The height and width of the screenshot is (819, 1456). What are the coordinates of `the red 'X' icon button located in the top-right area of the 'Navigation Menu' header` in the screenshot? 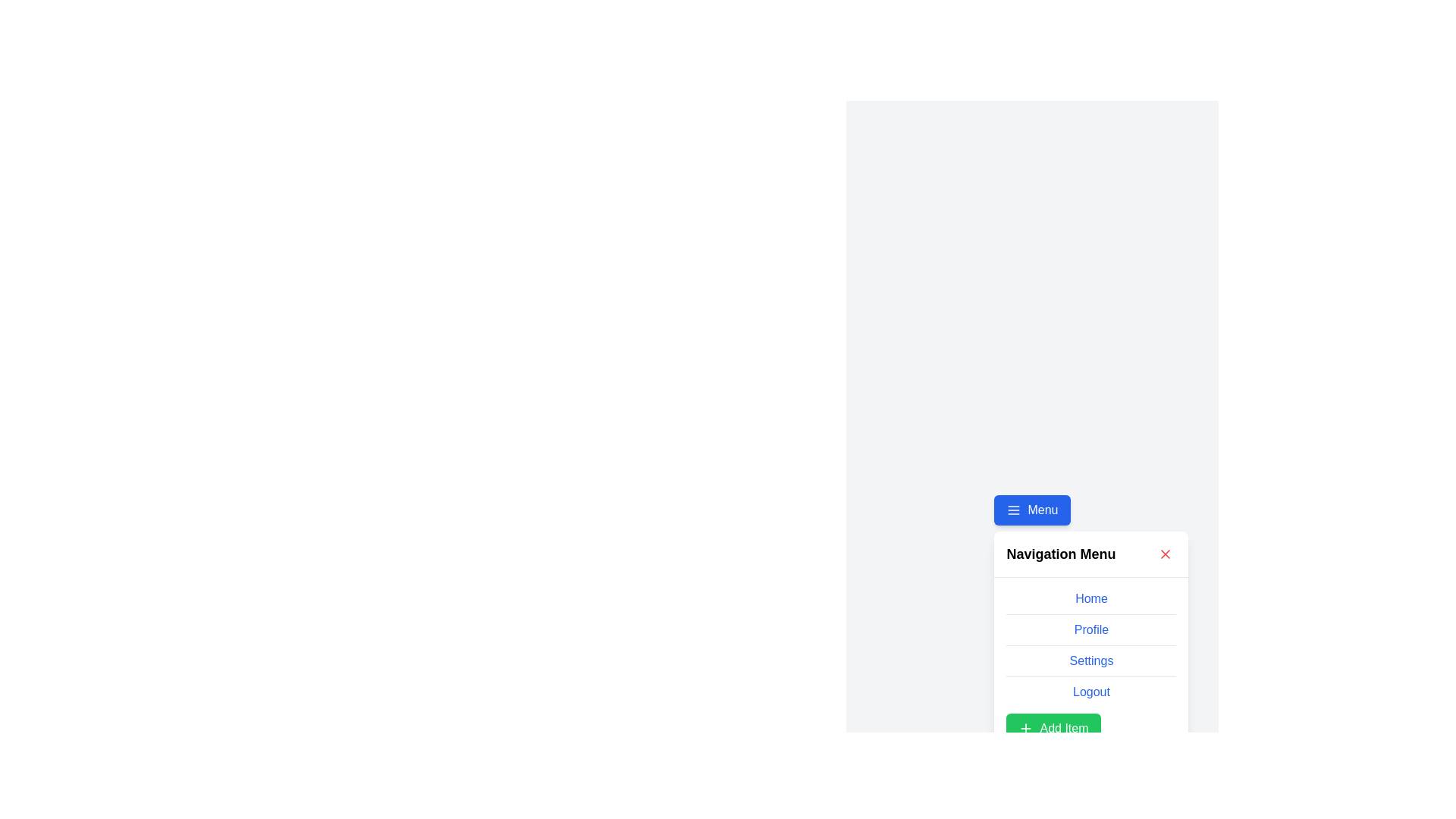 It's located at (1165, 554).